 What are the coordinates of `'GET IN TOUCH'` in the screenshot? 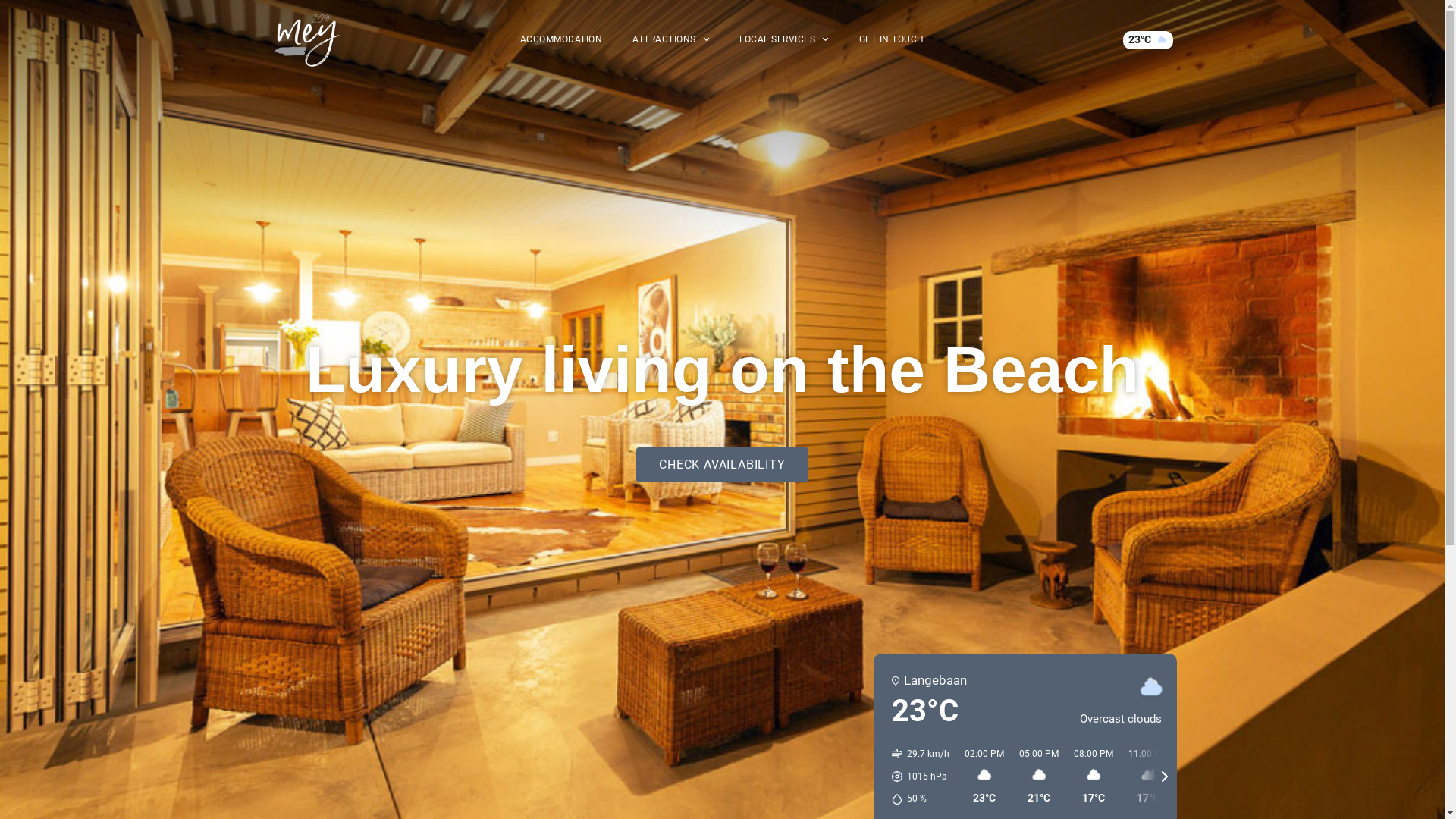 It's located at (892, 38).